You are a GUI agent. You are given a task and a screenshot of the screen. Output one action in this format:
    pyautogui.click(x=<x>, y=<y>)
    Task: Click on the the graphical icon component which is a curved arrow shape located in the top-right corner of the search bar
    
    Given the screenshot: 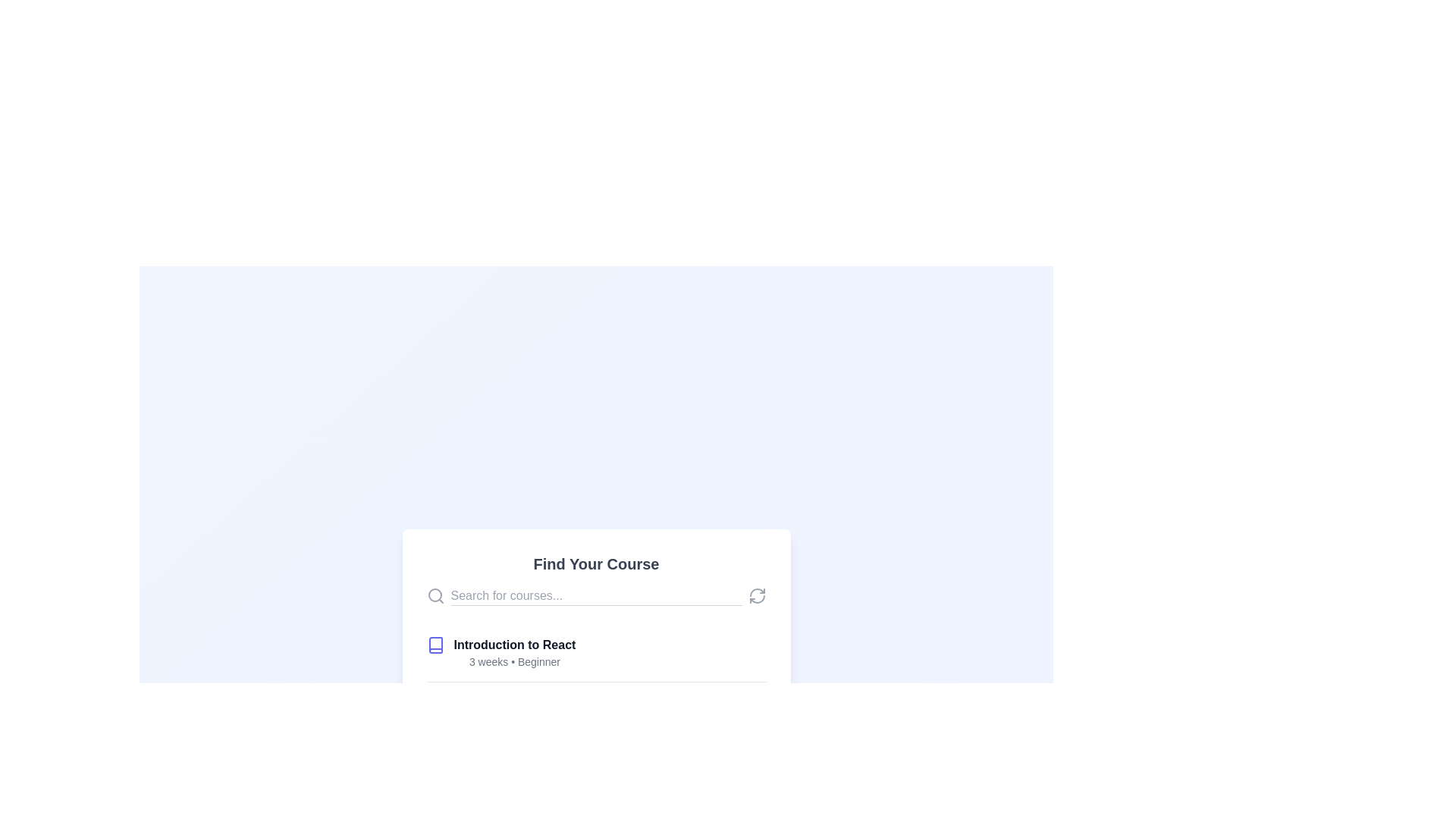 What is the action you would take?
    pyautogui.click(x=757, y=591)
    